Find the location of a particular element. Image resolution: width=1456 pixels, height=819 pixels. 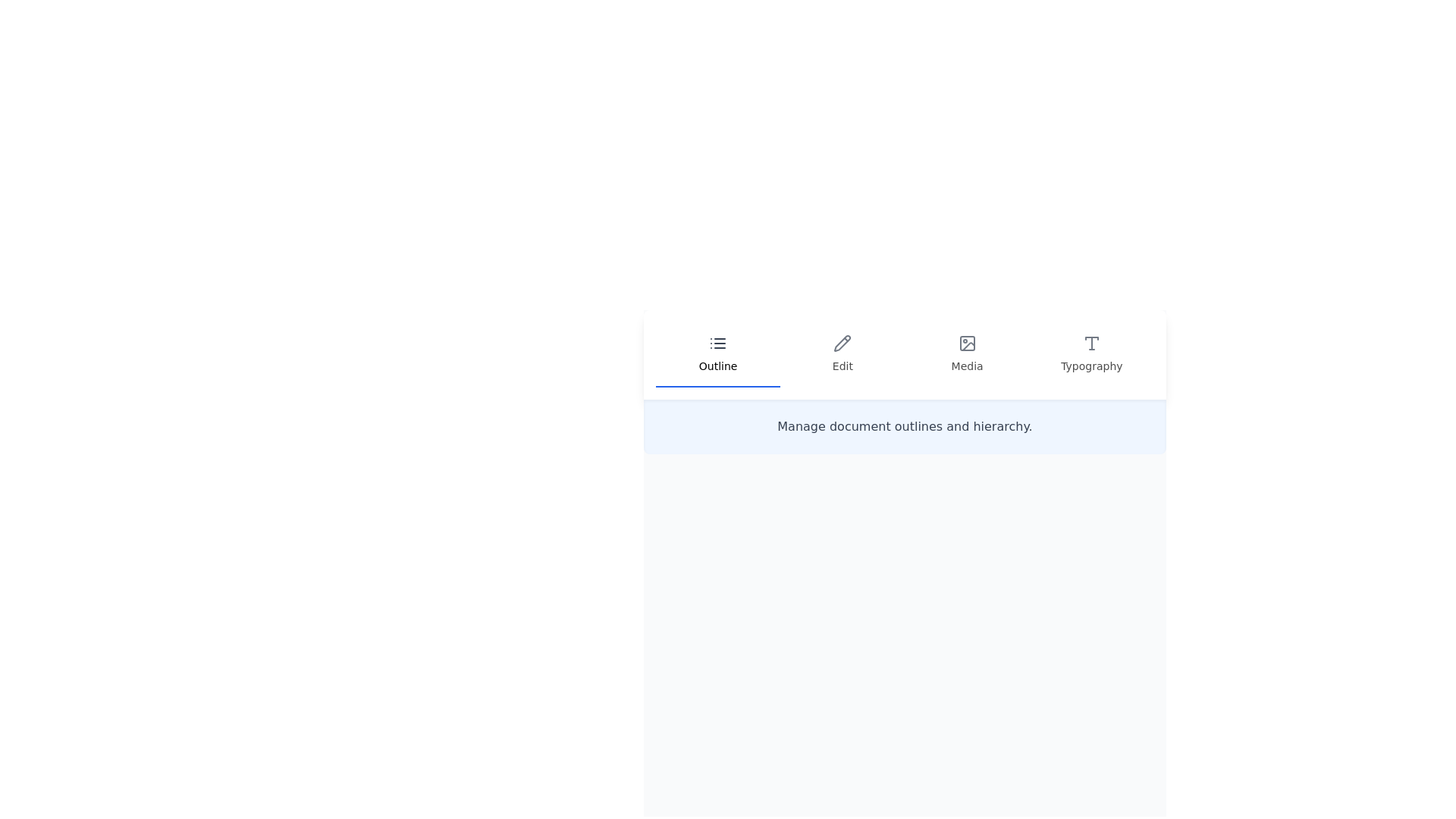

the Typography tab by clicking on its corresponding button is located at coordinates (1090, 354).